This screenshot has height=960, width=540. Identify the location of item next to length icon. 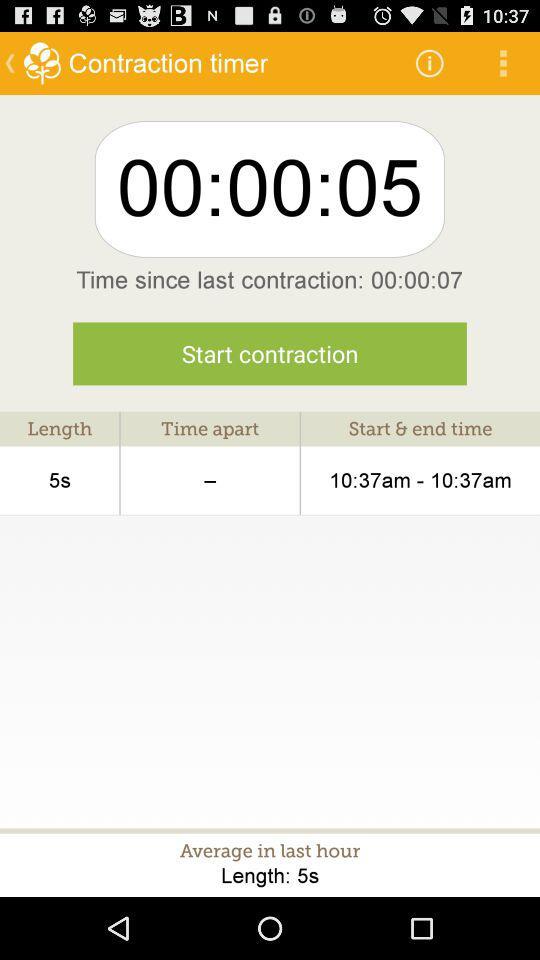
(209, 480).